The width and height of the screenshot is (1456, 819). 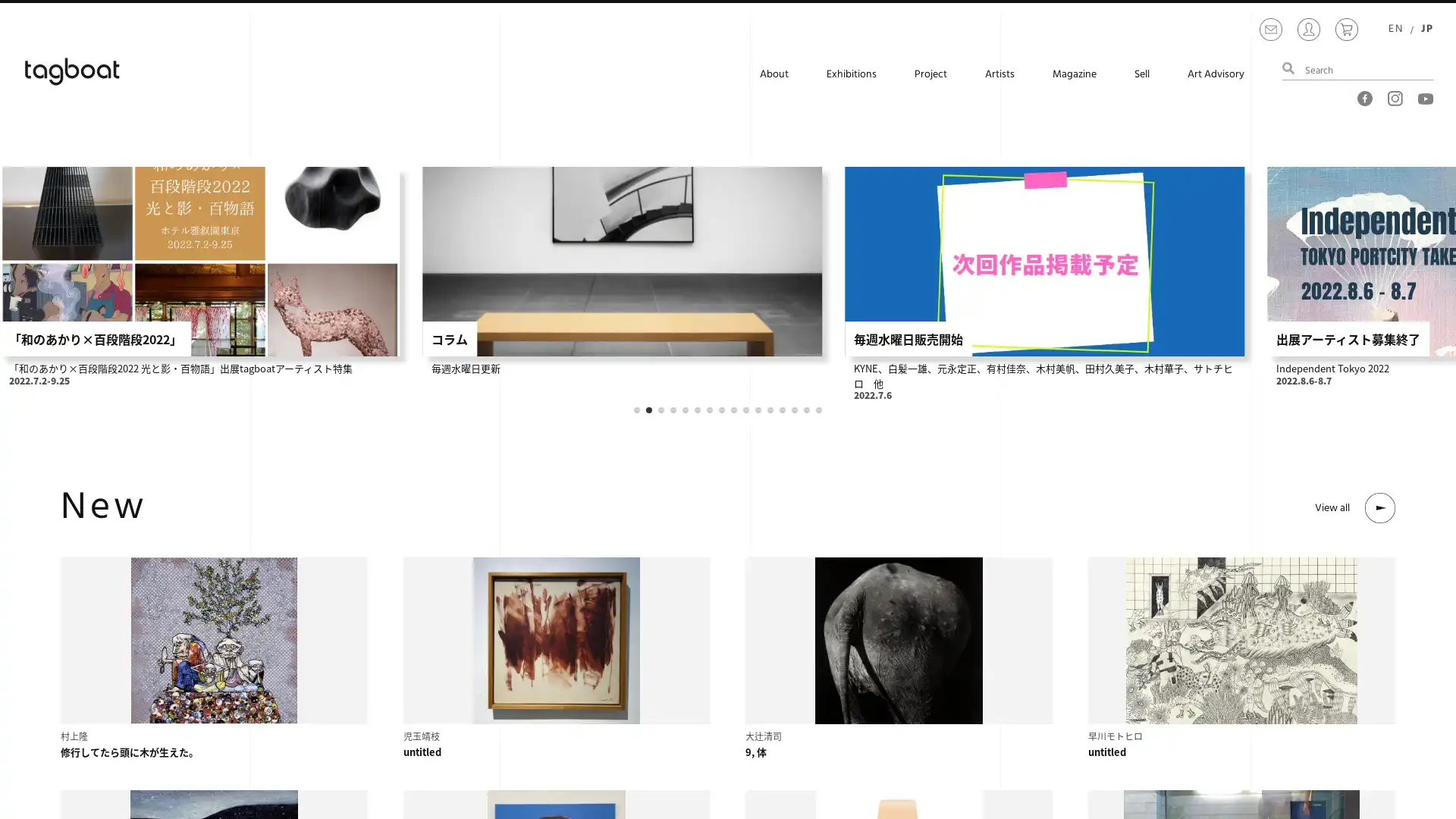 What do you see at coordinates (648, 409) in the screenshot?
I see `Go to slide 2` at bounding box center [648, 409].